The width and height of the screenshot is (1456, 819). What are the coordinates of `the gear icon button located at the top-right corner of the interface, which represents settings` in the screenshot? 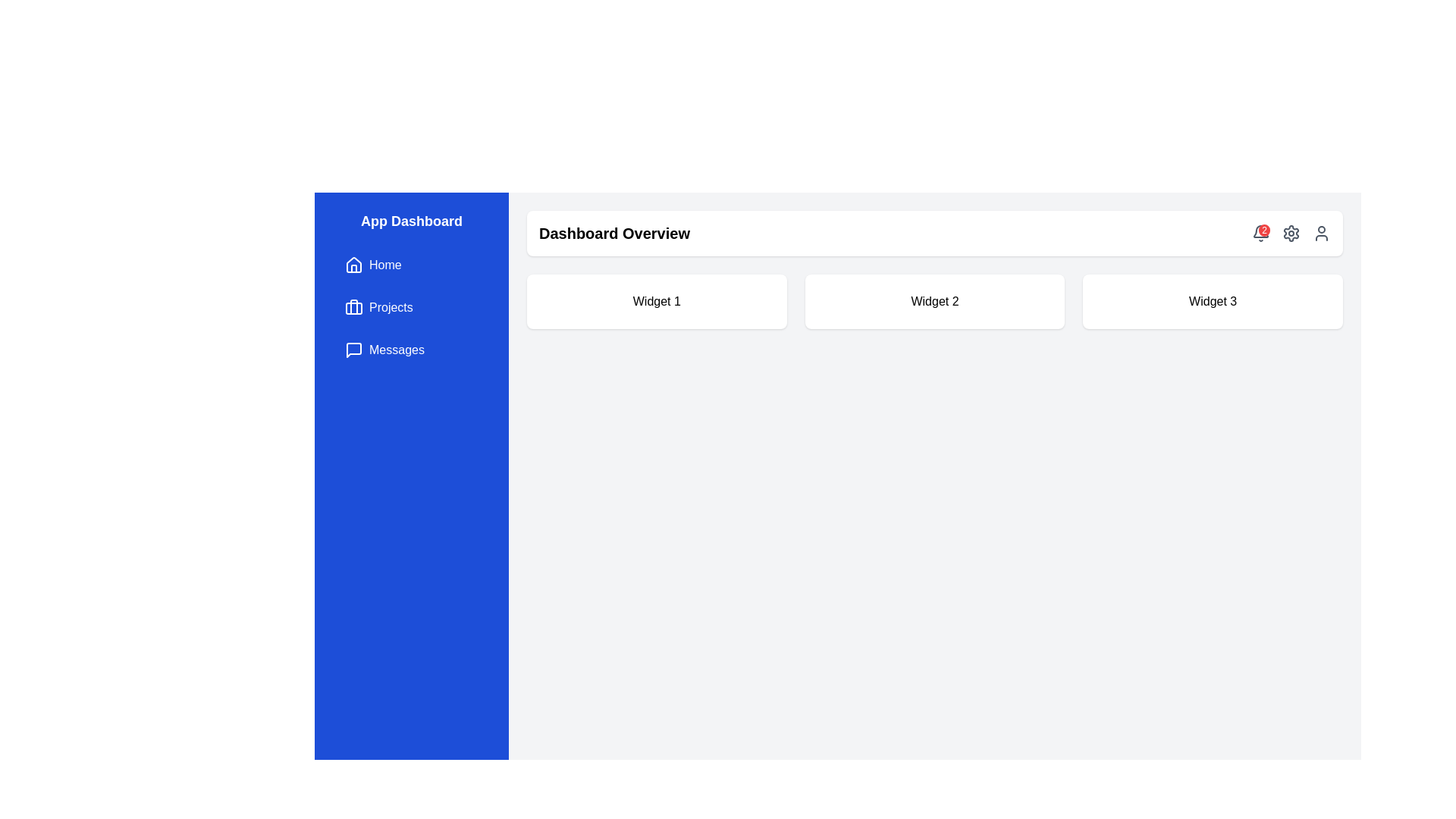 It's located at (1291, 234).